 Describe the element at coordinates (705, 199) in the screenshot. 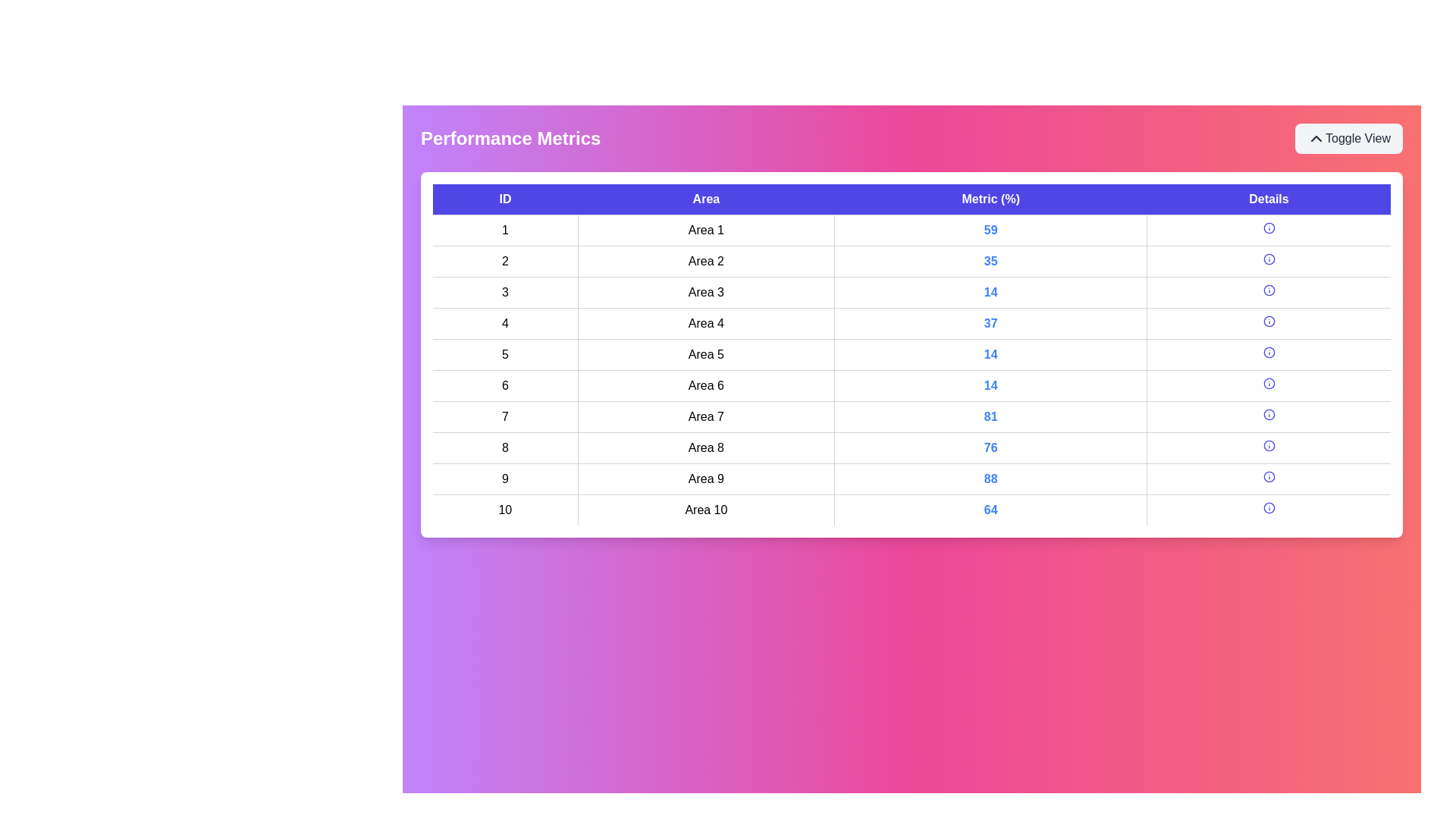

I see `the Area header to sort or filter data` at that location.